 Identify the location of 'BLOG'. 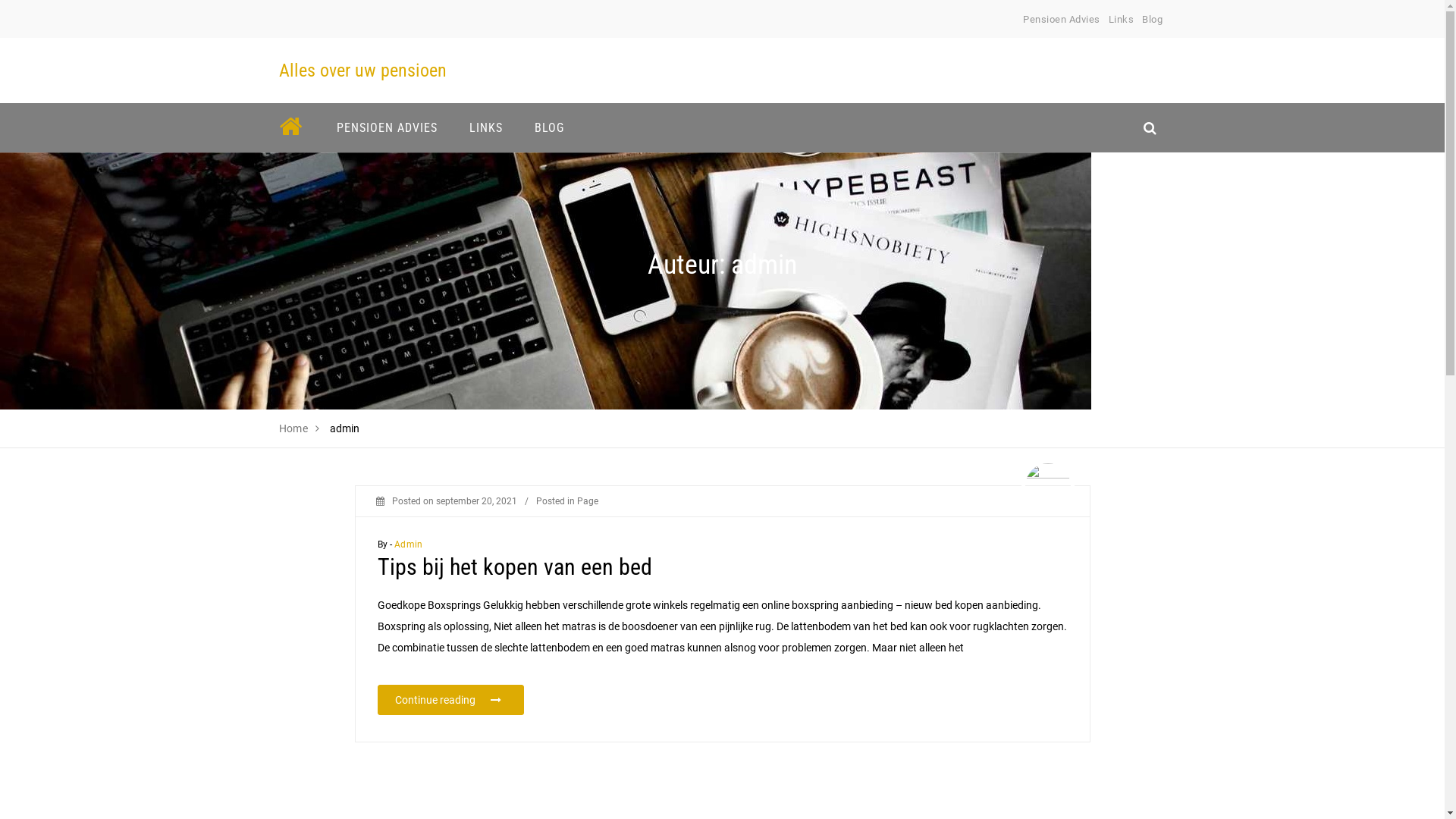
(548, 127).